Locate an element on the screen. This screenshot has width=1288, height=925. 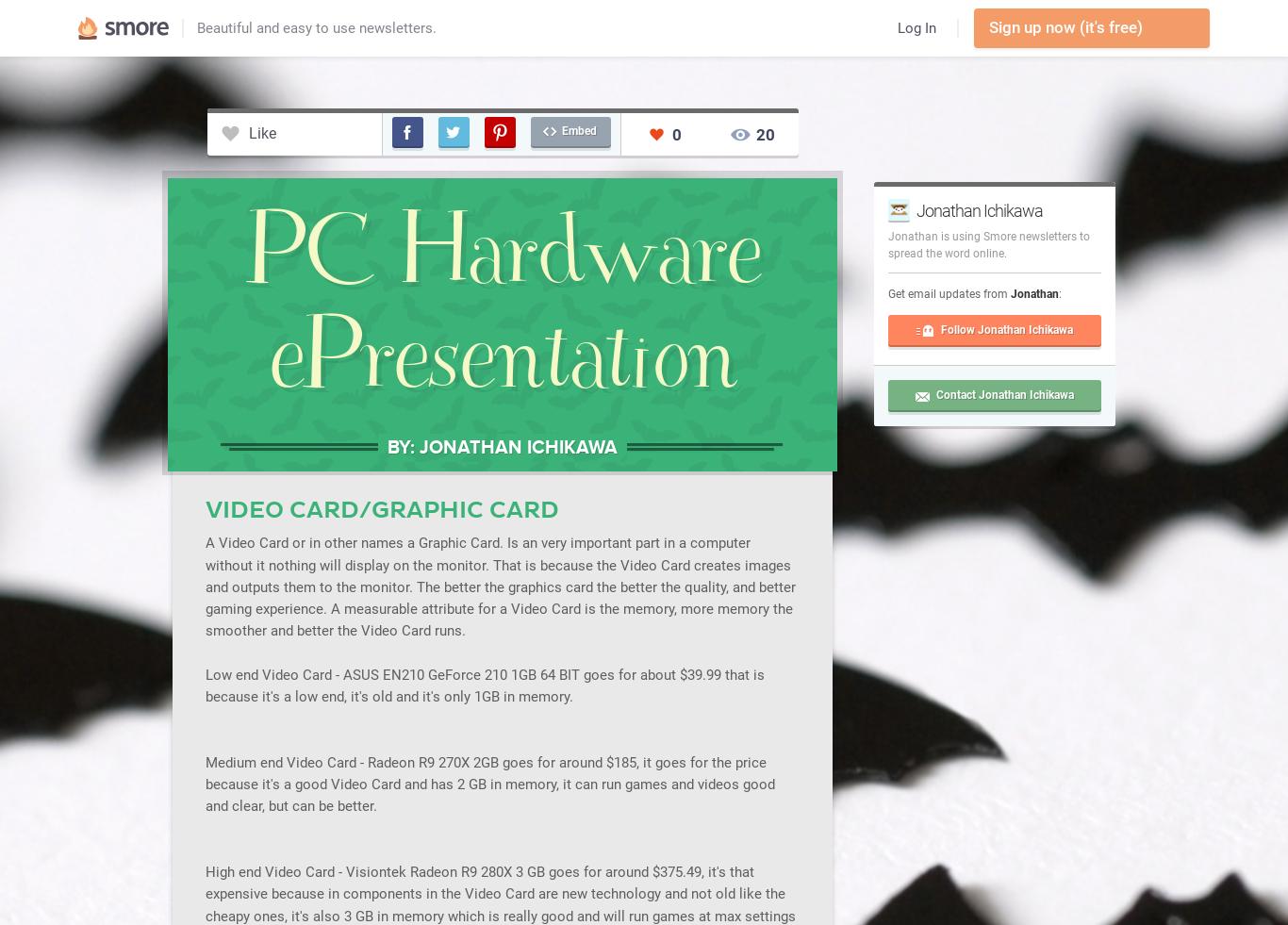
'Beautiful and easy to use newsletters.' is located at coordinates (195, 26).